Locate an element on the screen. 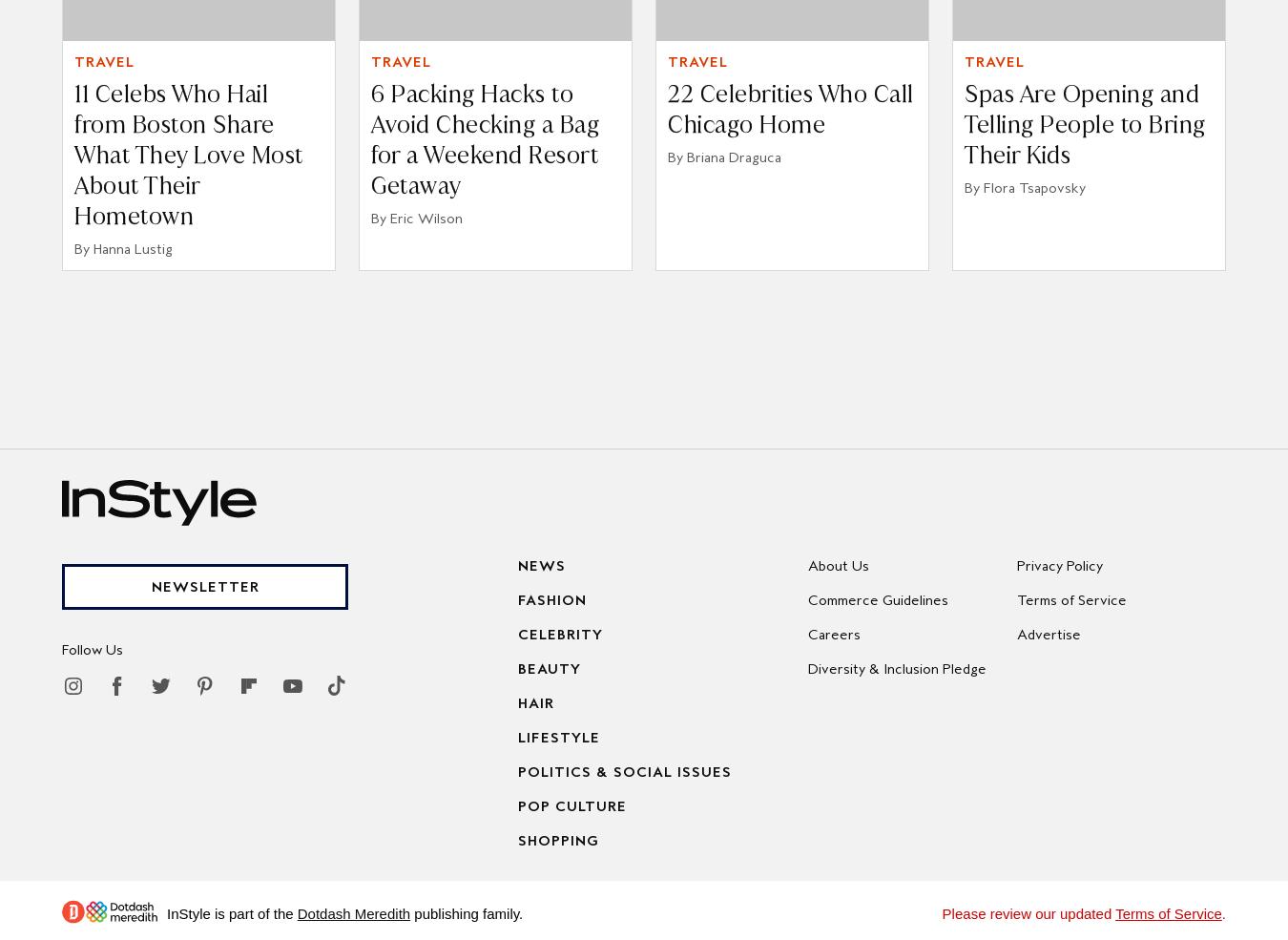 The height and width of the screenshot is (940, 1288). '.' is located at coordinates (1223, 912).